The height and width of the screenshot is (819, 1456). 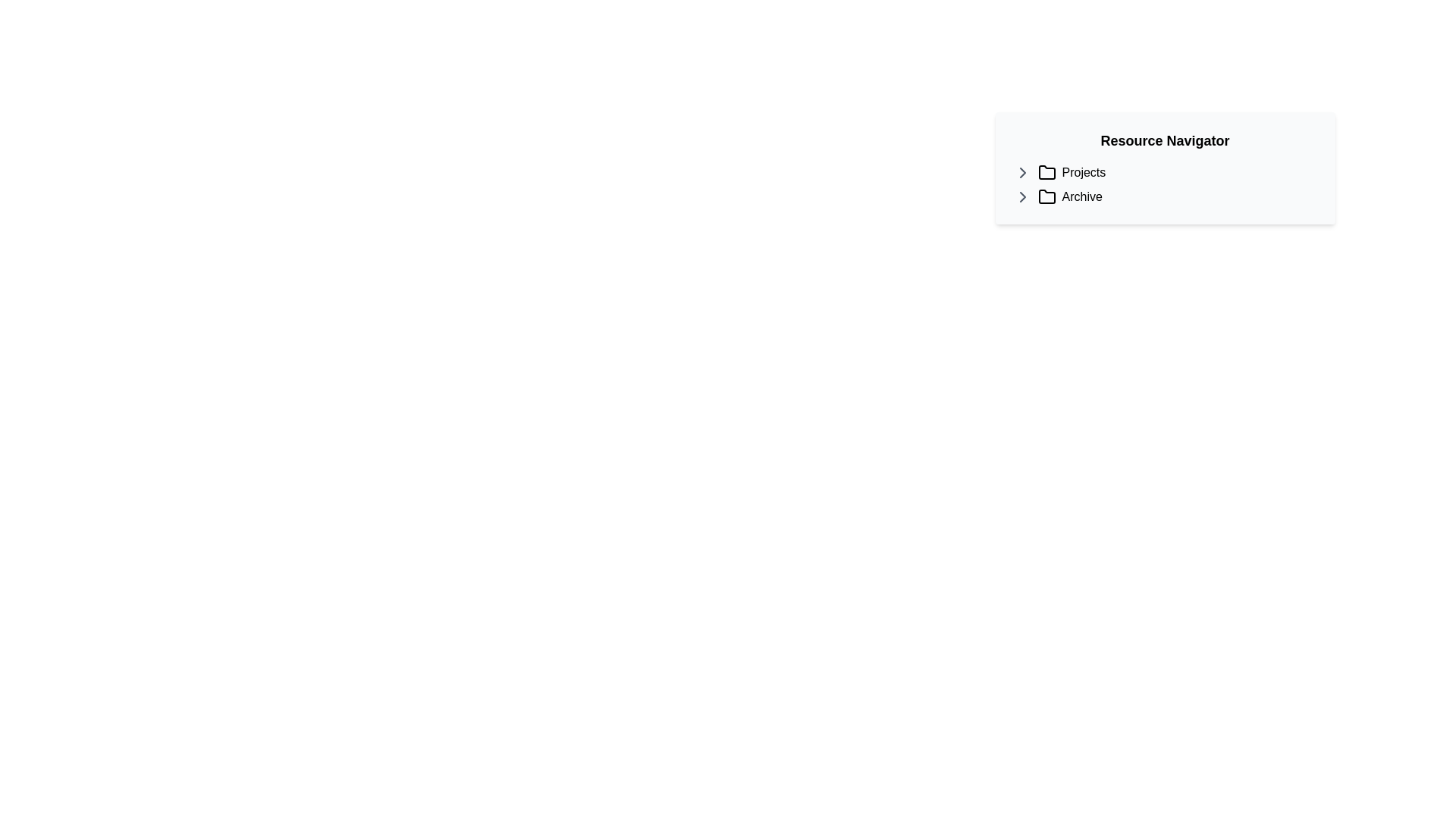 What do you see at coordinates (1022, 196) in the screenshot?
I see `the arrow icon to the left of the 'Archive' text in the 'Resource Navigator' section` at bounding box center [1022, 196].